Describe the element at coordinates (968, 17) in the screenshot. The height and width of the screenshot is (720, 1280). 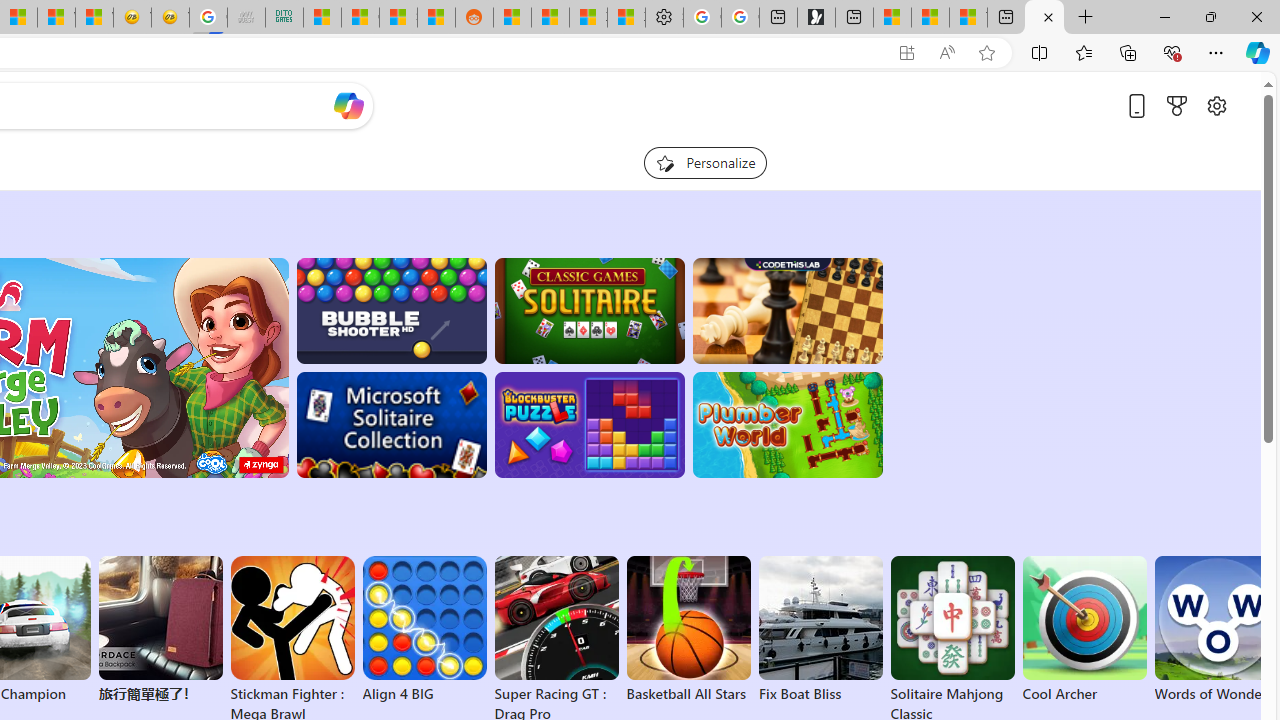
I see `'These 3 Stocks Pay You More Than 5% to Own Them'` at that location.